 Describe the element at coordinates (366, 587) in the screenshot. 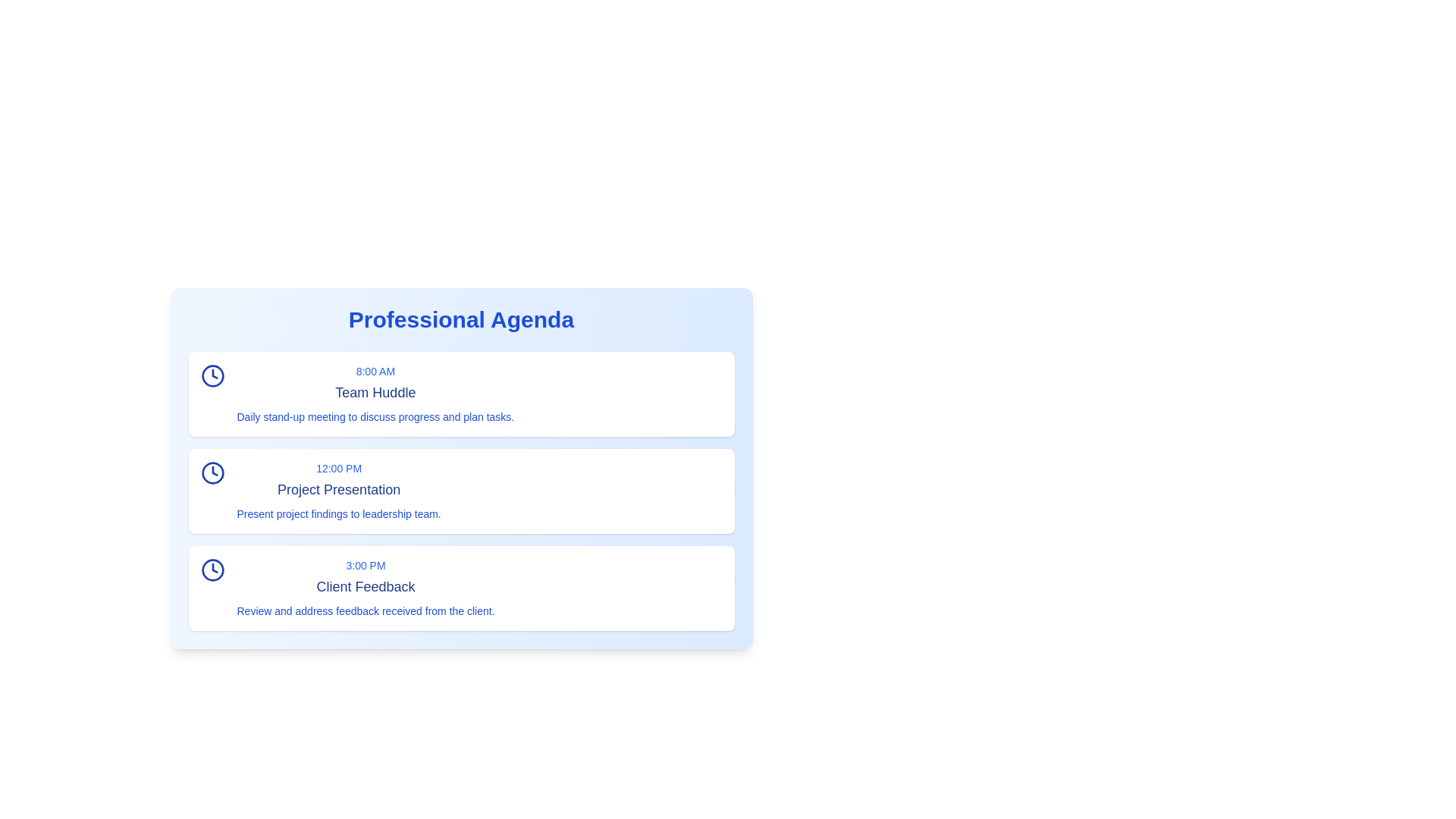

I see `the Informational text block displaying '3:00 PM', 'Client Feedback', and 'Review and address feedback received from the client' which is the third block in a vertically arranged list of white rectangular blocks` at that location.